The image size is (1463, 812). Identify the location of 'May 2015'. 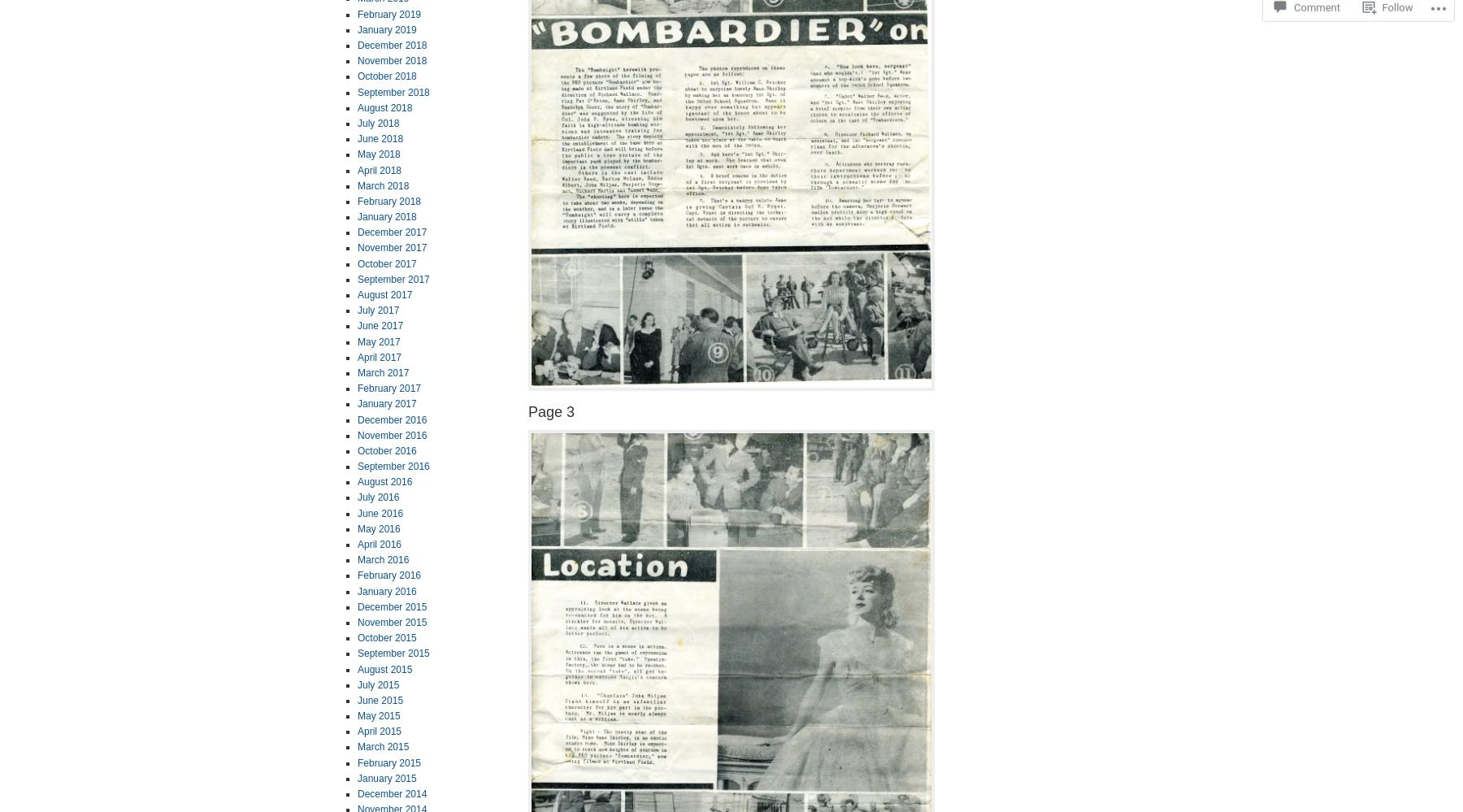
(378, 715).